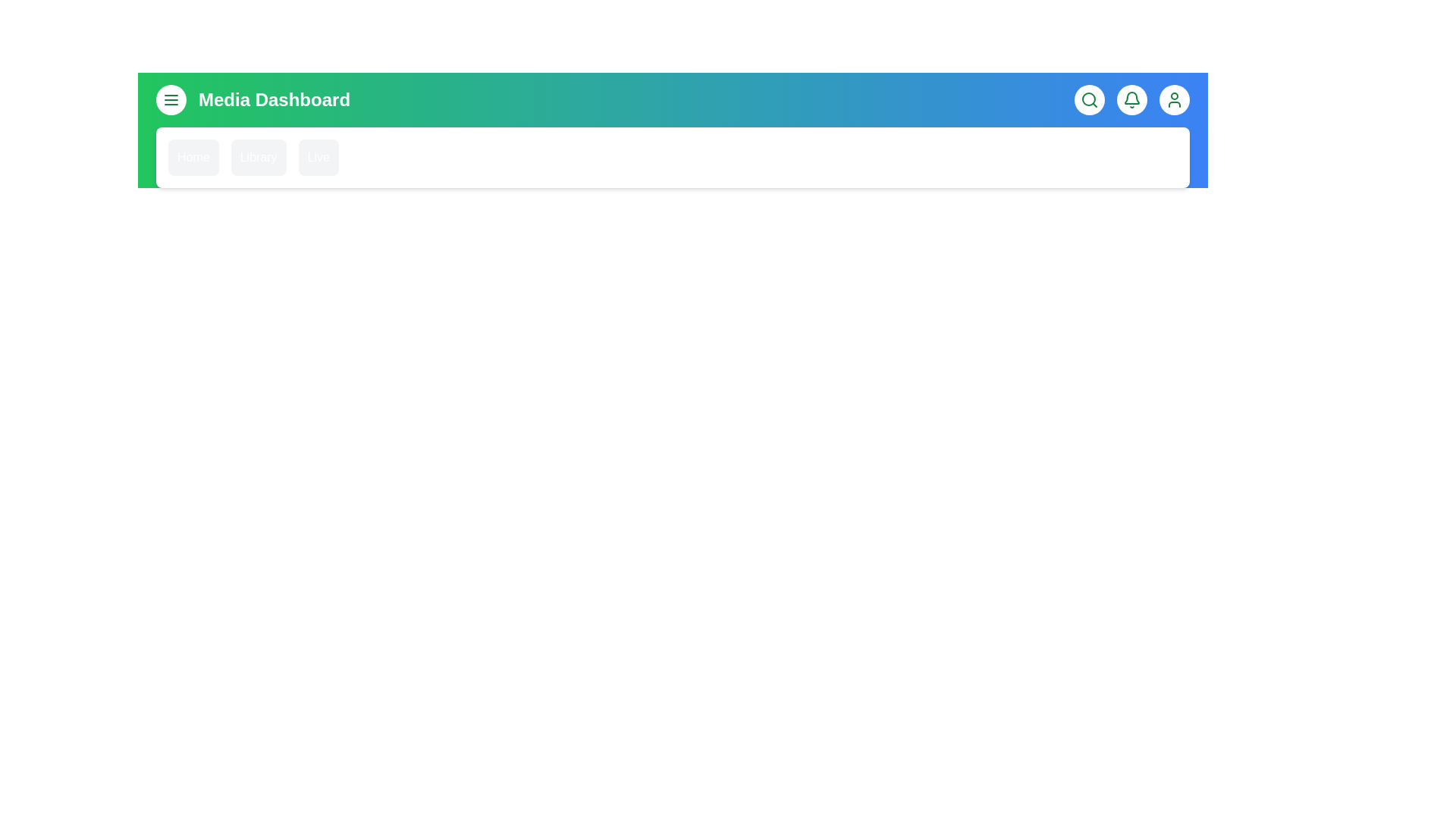 The width and height of the screenshot is (1456, 819). Describe the element at coordinates (171, 99) in the screenshot. I see `the menu toggle button to toggle the menu visibility` at that location.